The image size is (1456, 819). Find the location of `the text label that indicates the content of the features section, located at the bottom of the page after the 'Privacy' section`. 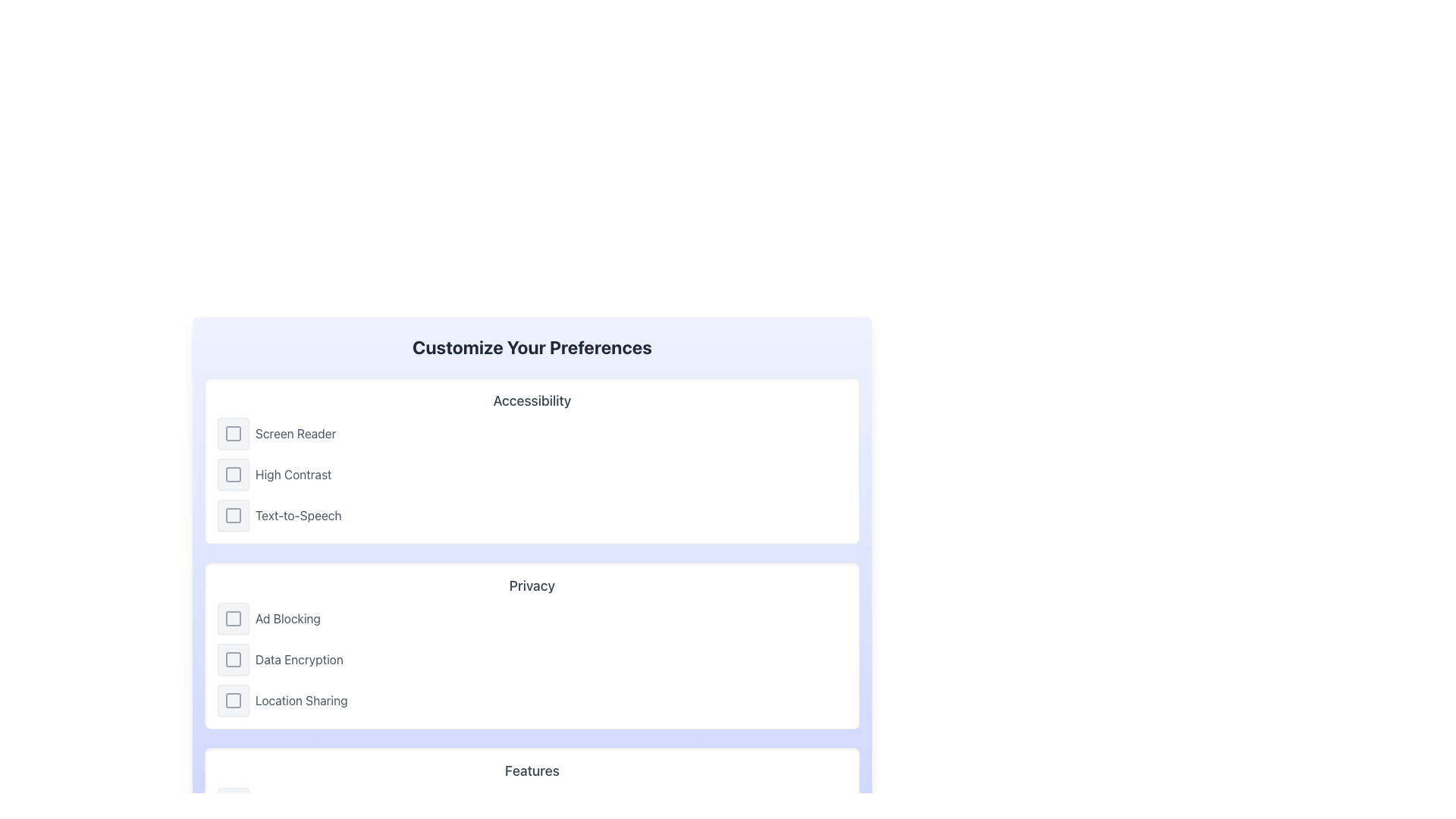

the text label that indicates the content of the features section, located at the bottom of the page after the 'Privacy' section is located at coordinates (532, 771).